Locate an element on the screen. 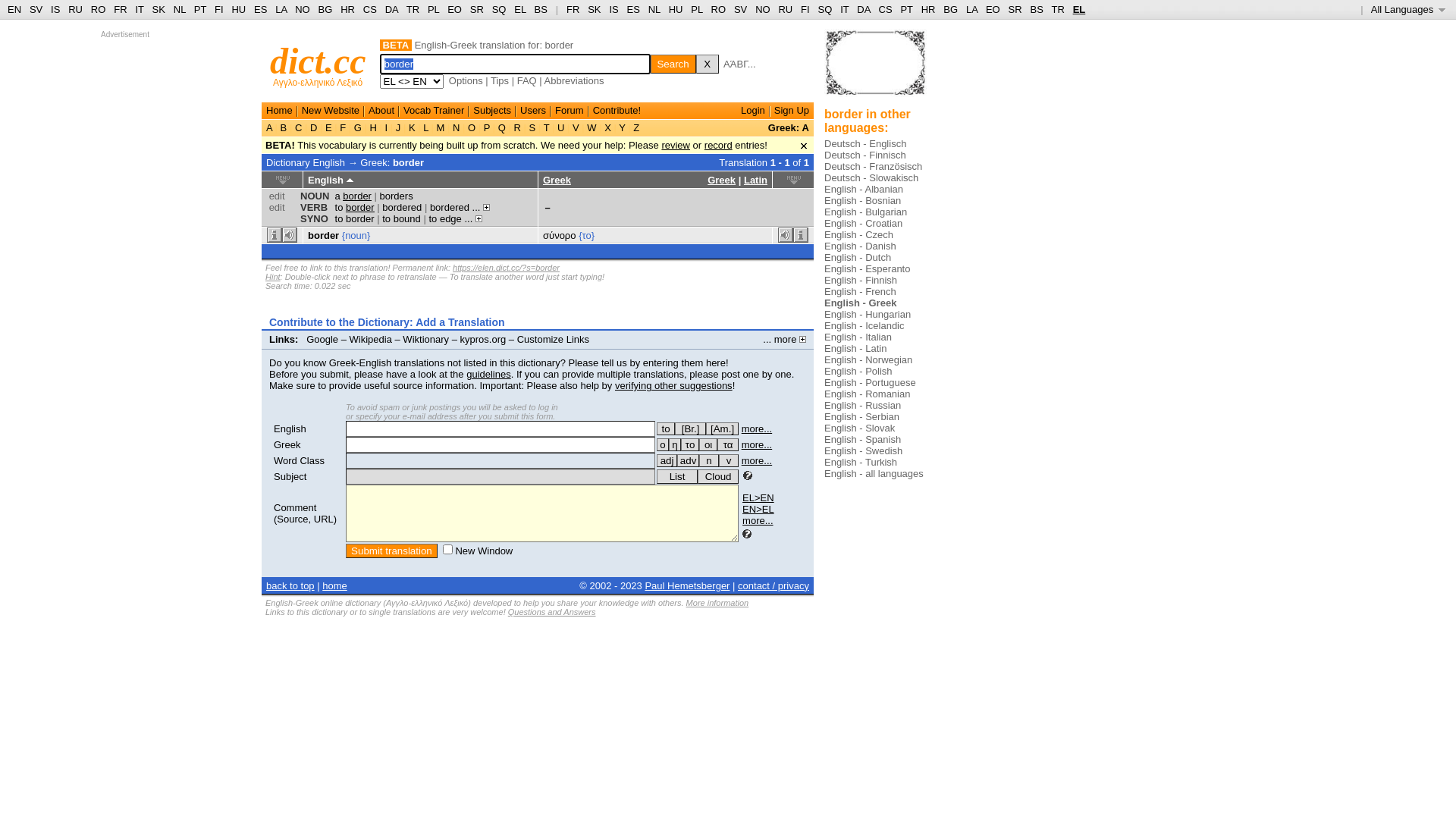 The height and width of the screenshot is (819, 1456). 'English - Danish' is located at coordinates (860, 245).